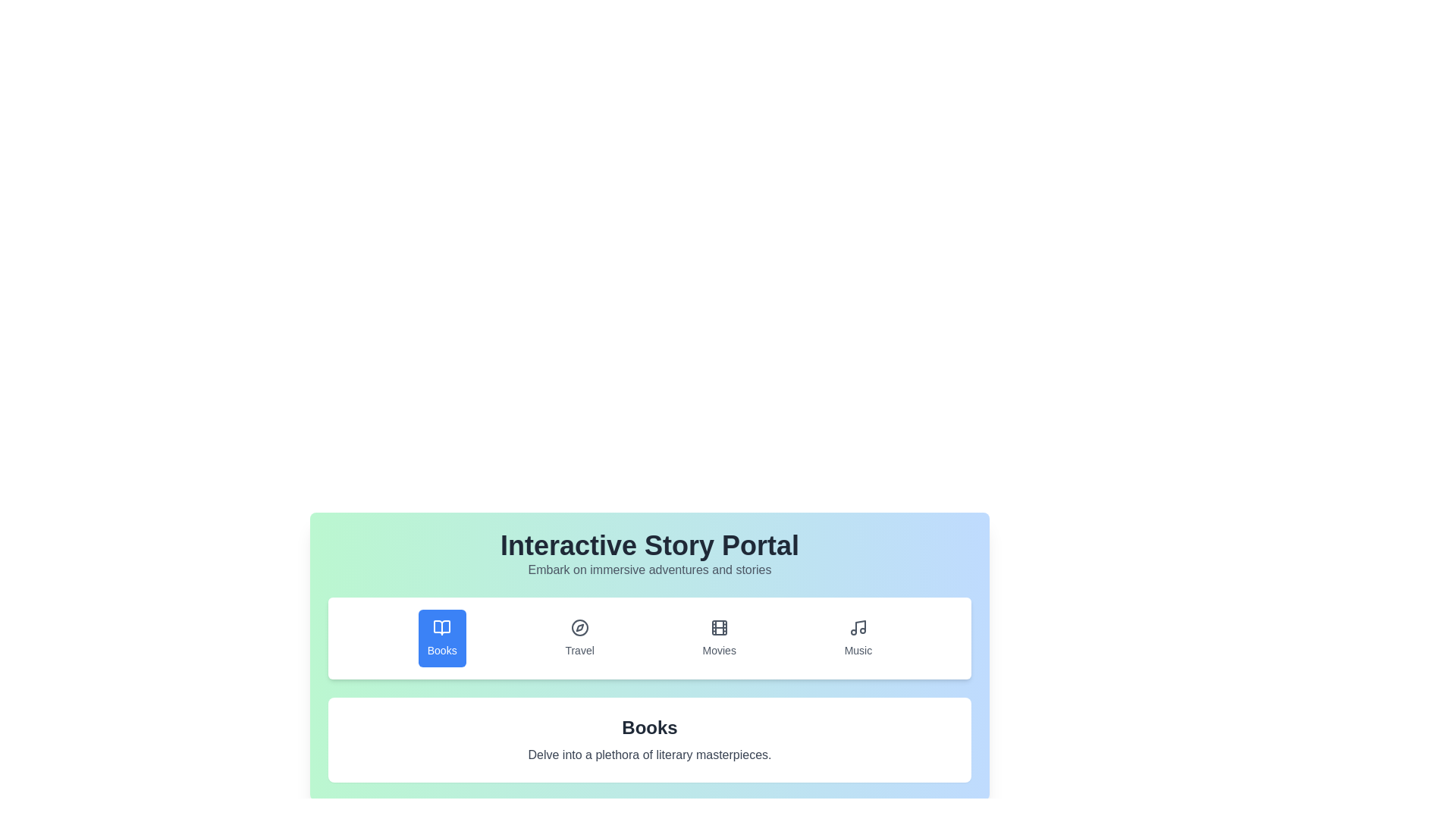  Describe the element at coordinates (579, 649) in the screenshot. I see `text label displaying 'Travel' which is part of a navigation button located below a compass icon in the horizontal menu bar` at that location.